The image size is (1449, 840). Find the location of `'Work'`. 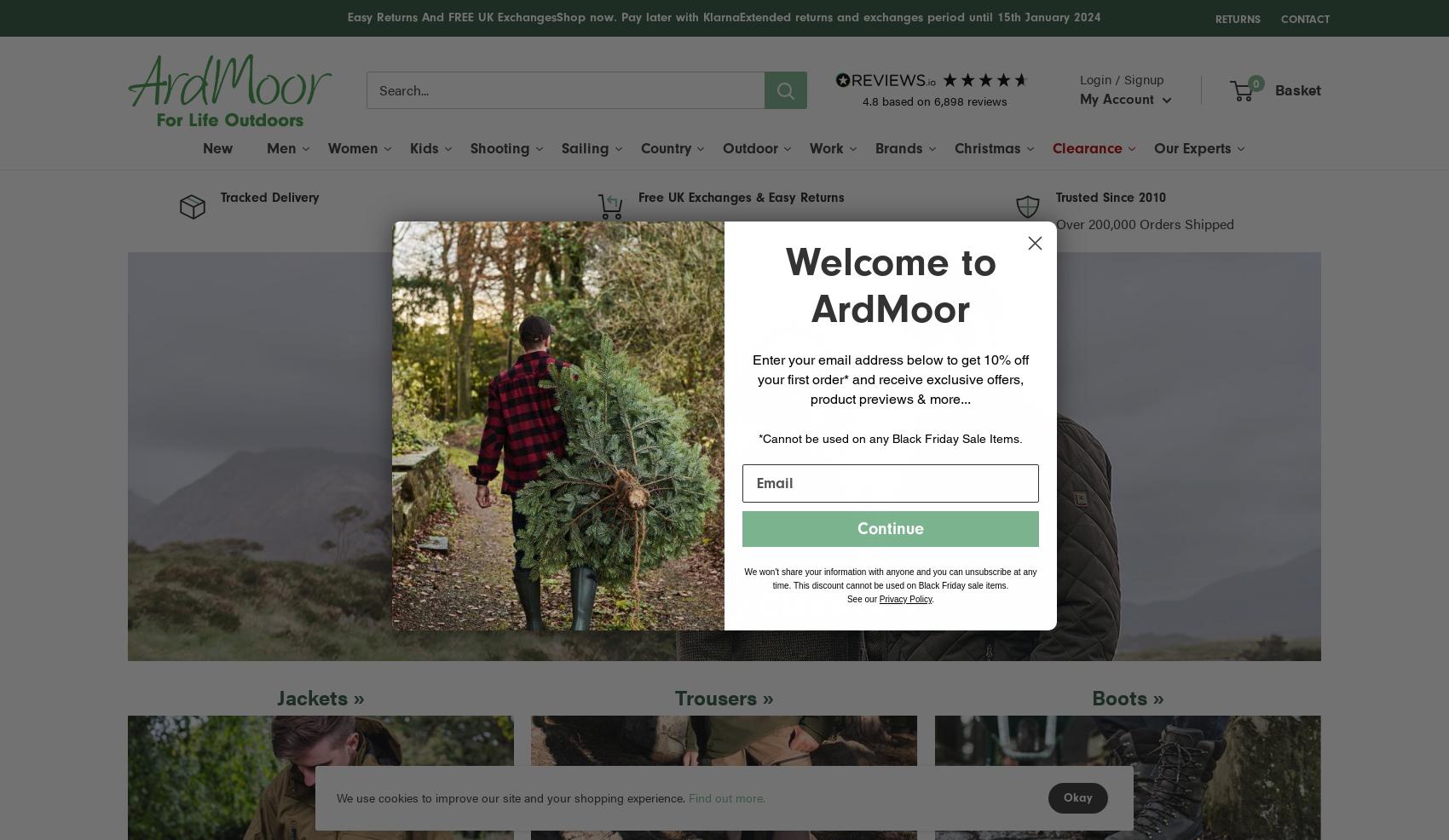

'Work' is located at coordinates (826, 147).